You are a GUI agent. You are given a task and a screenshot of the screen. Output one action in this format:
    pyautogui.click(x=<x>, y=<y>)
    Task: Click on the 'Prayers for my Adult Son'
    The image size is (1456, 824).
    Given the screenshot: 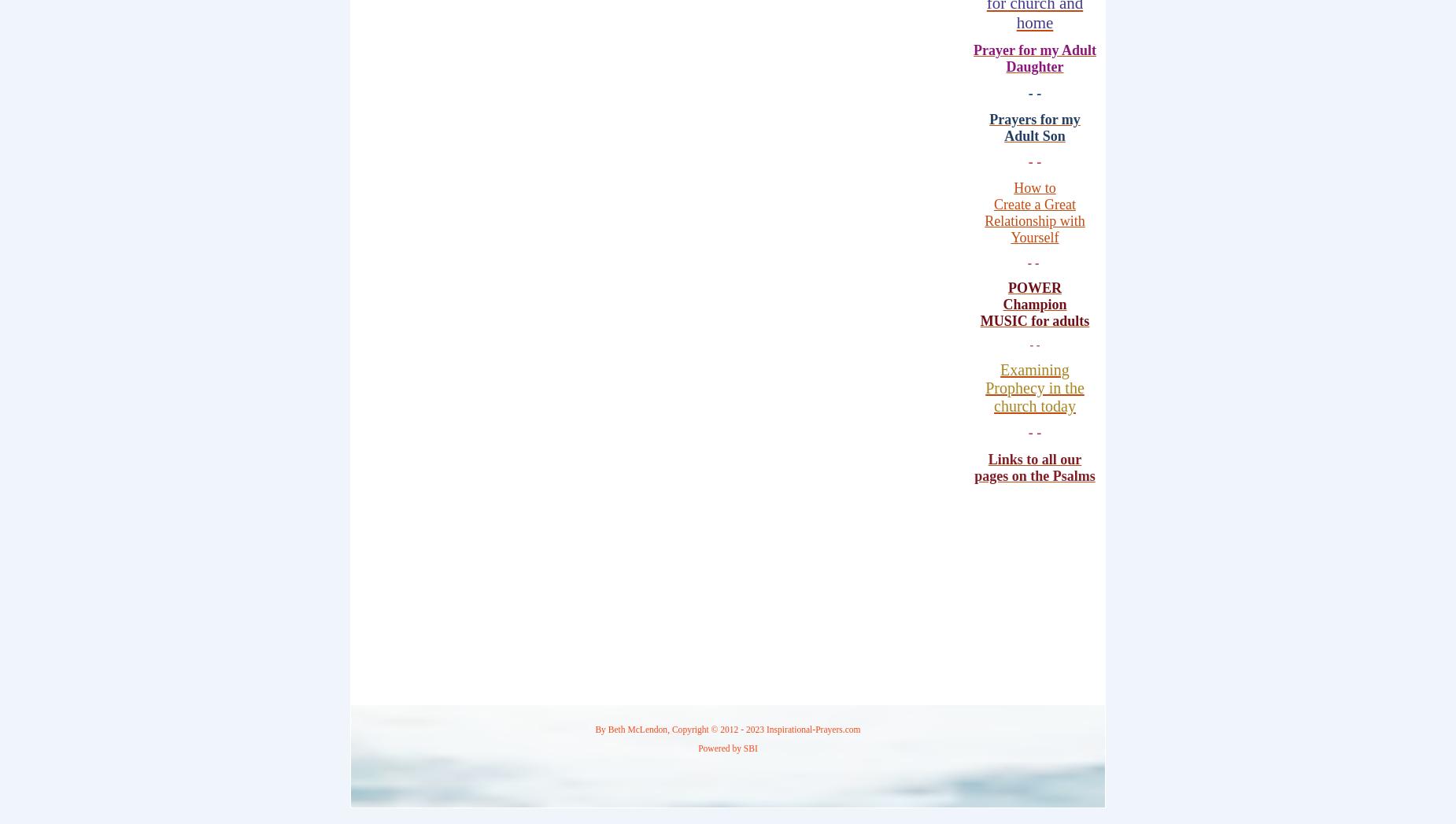 What is the action you would take?
    pyautogui.click(x=989, y=127)
    